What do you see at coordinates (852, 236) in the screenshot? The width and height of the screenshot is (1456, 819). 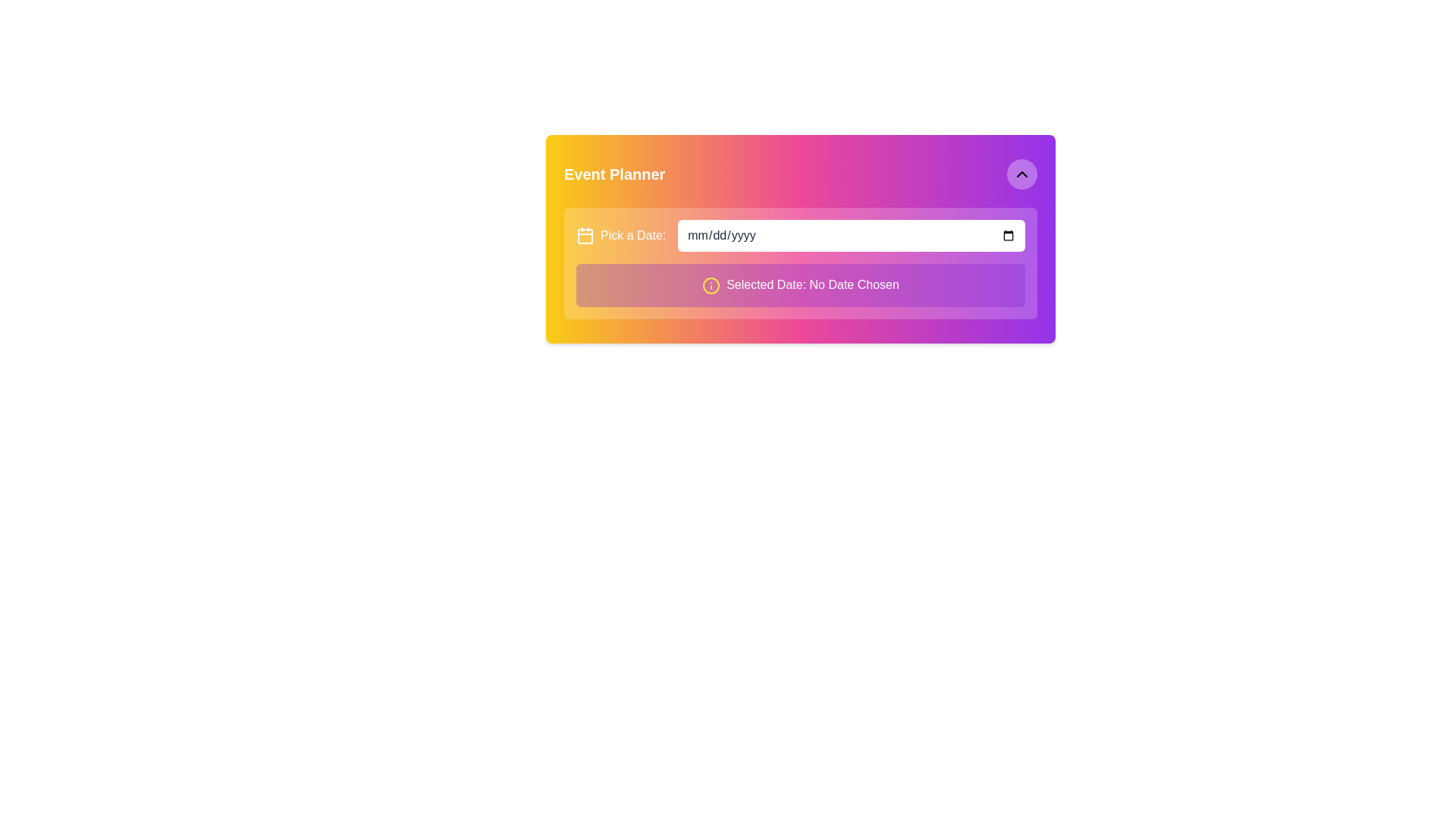 I see `the Date Input Field labeled 'Pick a Date:'` at bounding box center [852, 236].